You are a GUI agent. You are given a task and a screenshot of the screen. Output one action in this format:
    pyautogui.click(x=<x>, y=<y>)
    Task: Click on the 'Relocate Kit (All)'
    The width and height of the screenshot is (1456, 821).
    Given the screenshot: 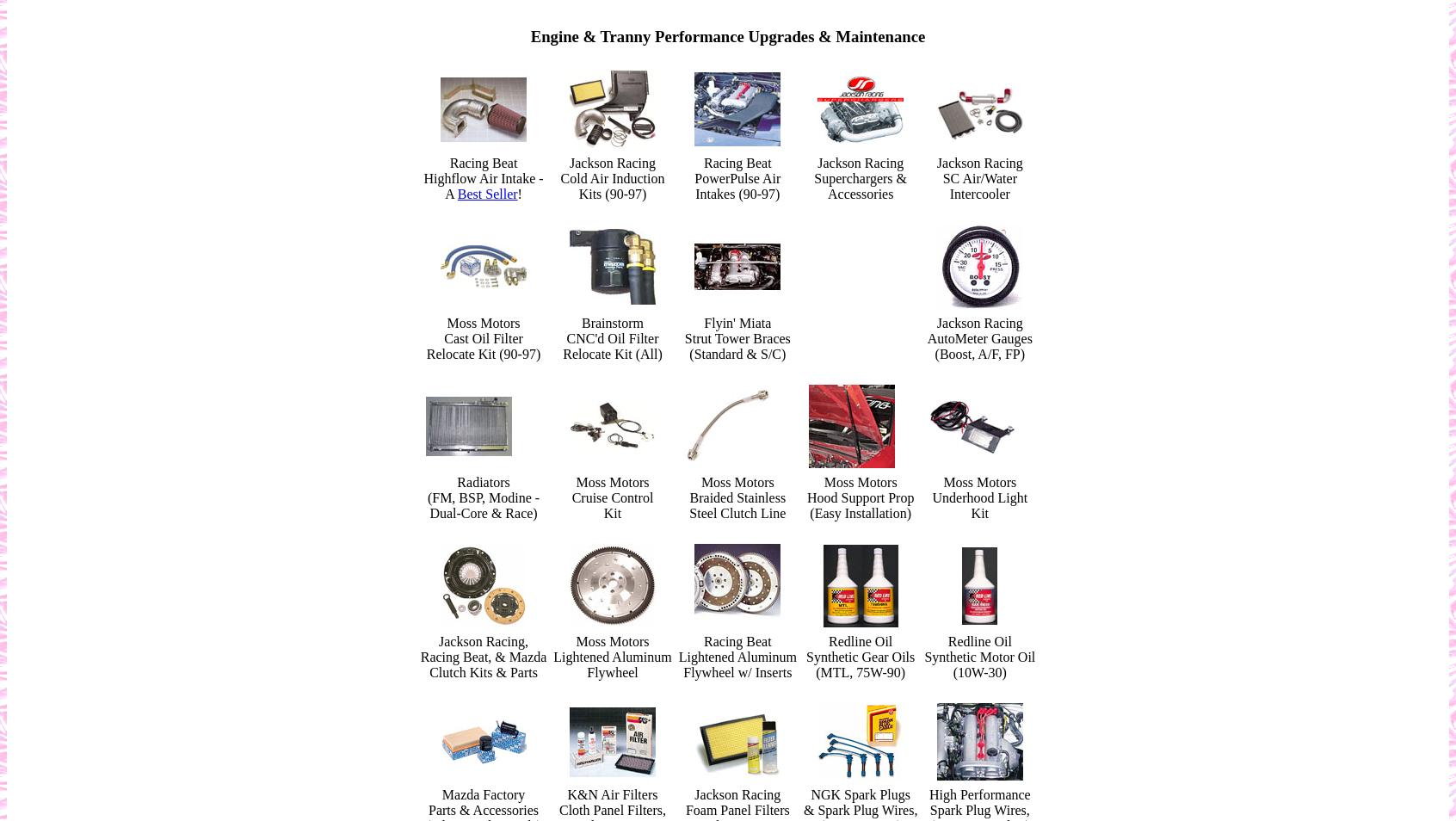 What is the action you would take?
    pyautogui.click(x=611, y=354)
    